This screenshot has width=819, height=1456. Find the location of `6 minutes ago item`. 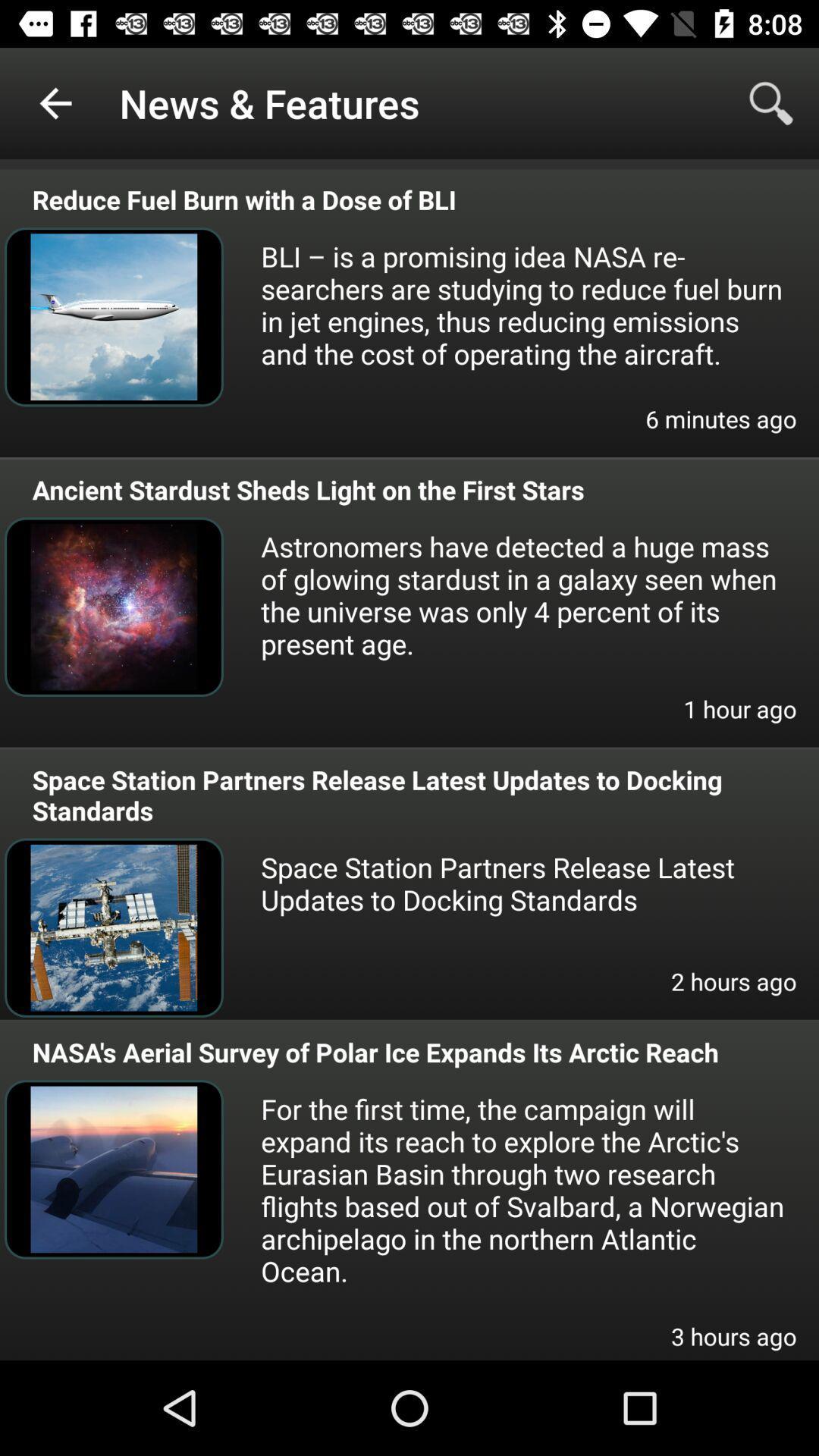

6 minutes ago item is located at coordinates (720, 428).